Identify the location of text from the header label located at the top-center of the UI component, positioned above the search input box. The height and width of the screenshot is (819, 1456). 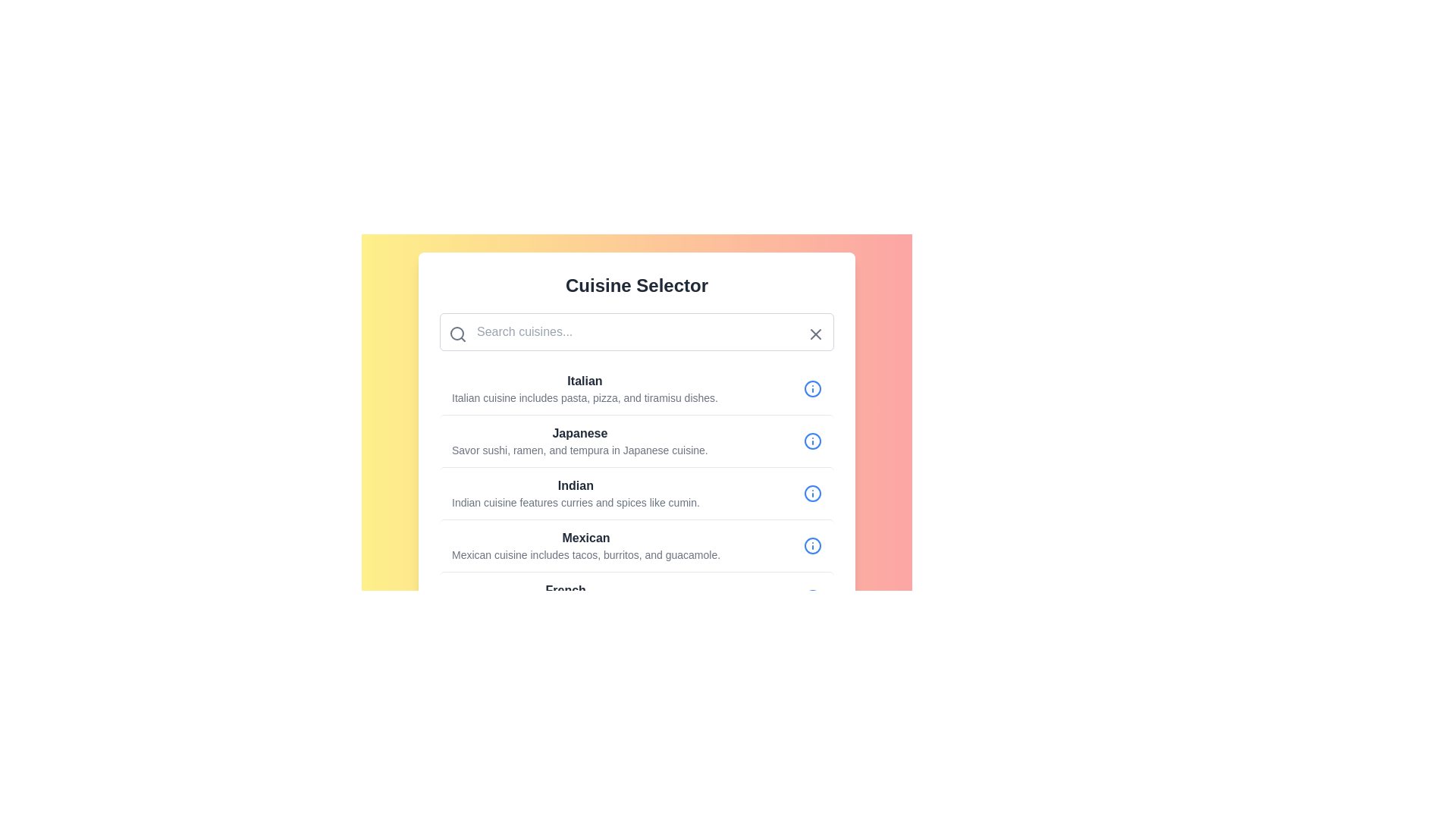
(637, 286).